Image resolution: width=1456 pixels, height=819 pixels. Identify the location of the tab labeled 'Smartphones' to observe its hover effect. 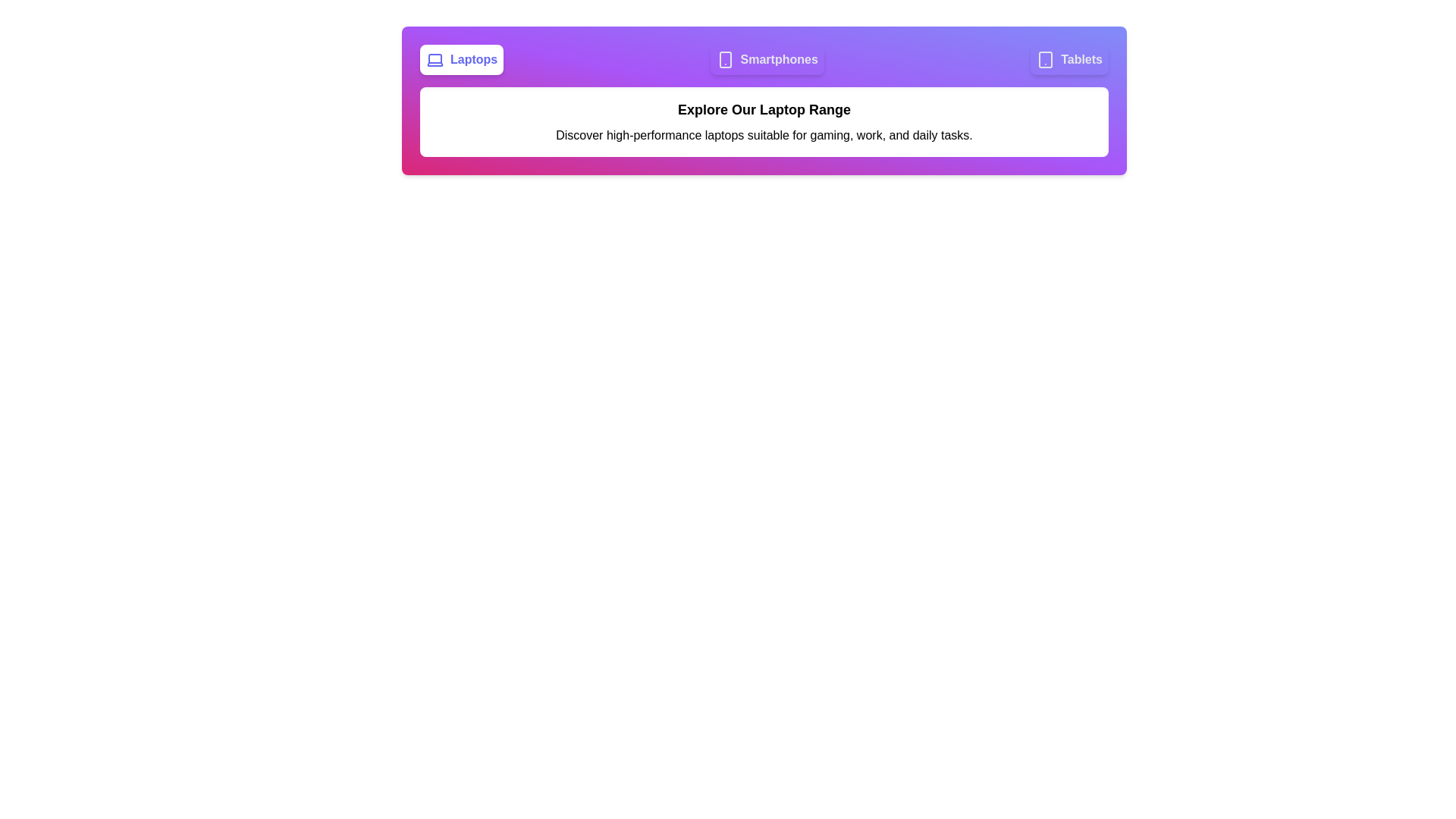
(767, 58).